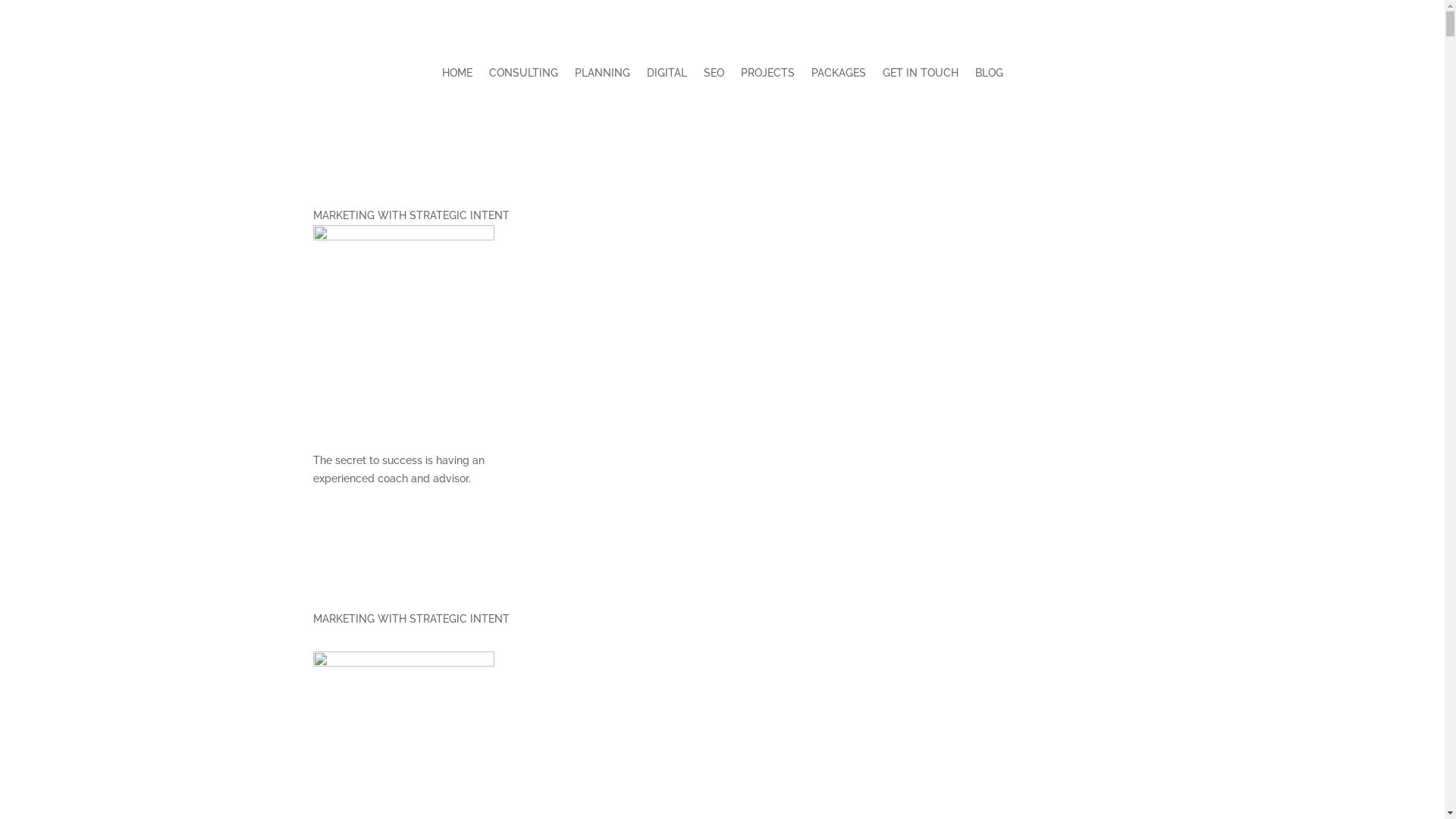 This screenshot has width=1456, height=819. What do you see at coordinates (837, 76) in the screenshot?
I see `'PACKAGES'` at bounding box center [837, 76].